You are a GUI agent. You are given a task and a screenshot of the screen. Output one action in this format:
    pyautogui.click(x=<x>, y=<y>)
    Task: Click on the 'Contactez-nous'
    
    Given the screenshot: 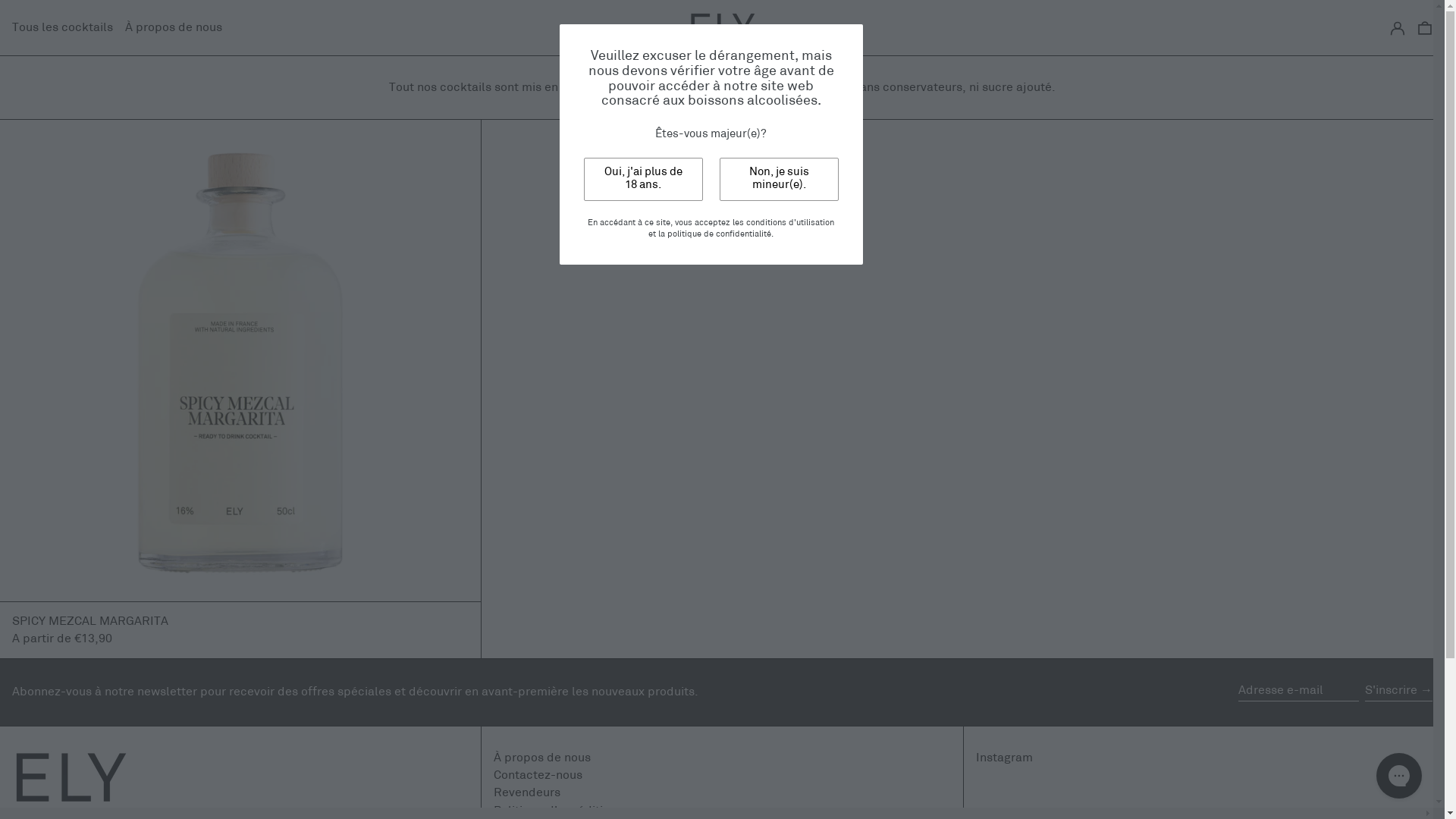 What is the action you would take?
    pyautogui.click(x=538, y=775)
    